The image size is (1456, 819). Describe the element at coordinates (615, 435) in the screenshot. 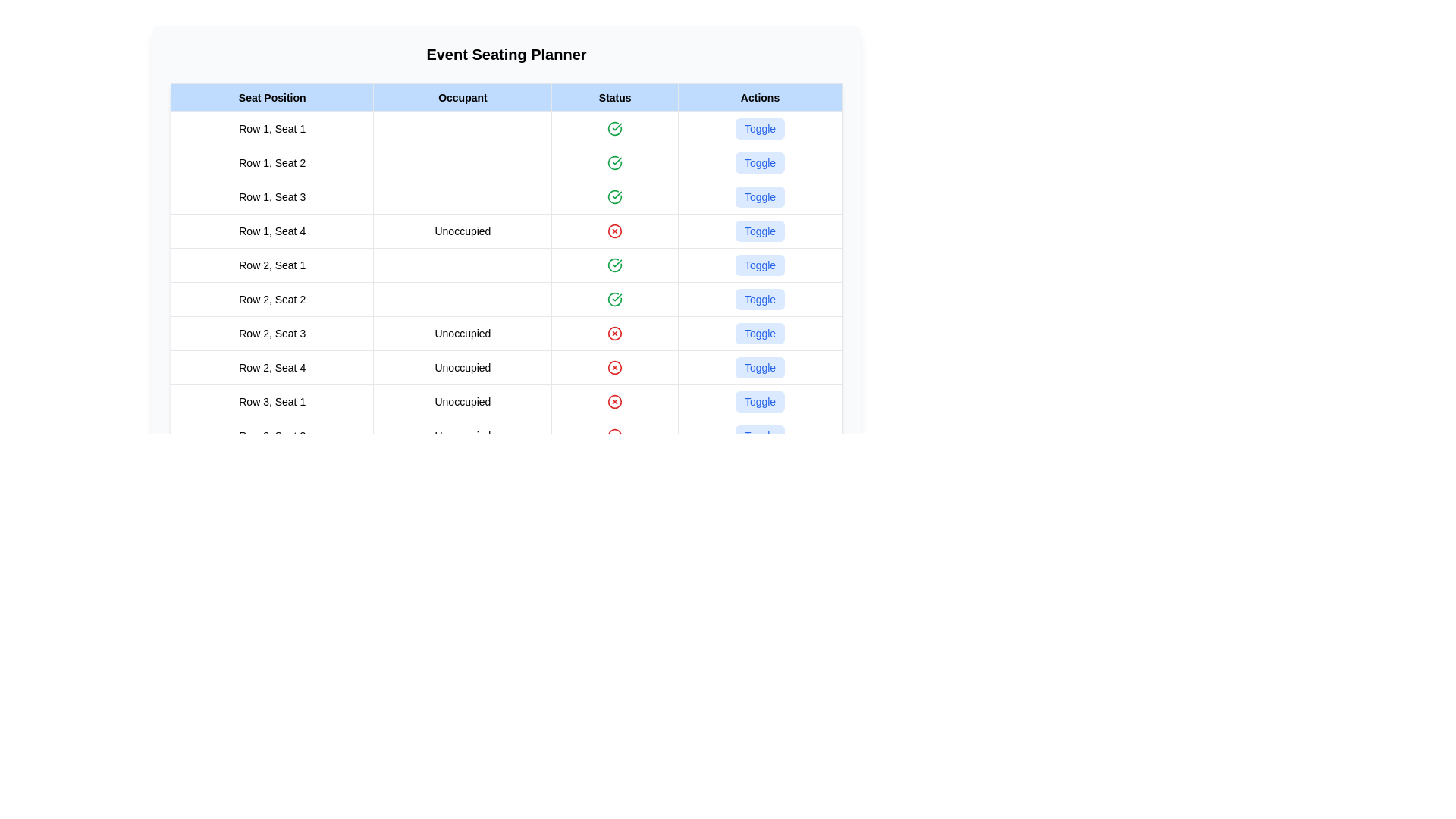

I see `the circular graphical shape within the SVG icon that indicates a control or status, located in the 'Status' column under 'Row 2, Seat 3', adjacent to 'Unoccupied'` at that location.